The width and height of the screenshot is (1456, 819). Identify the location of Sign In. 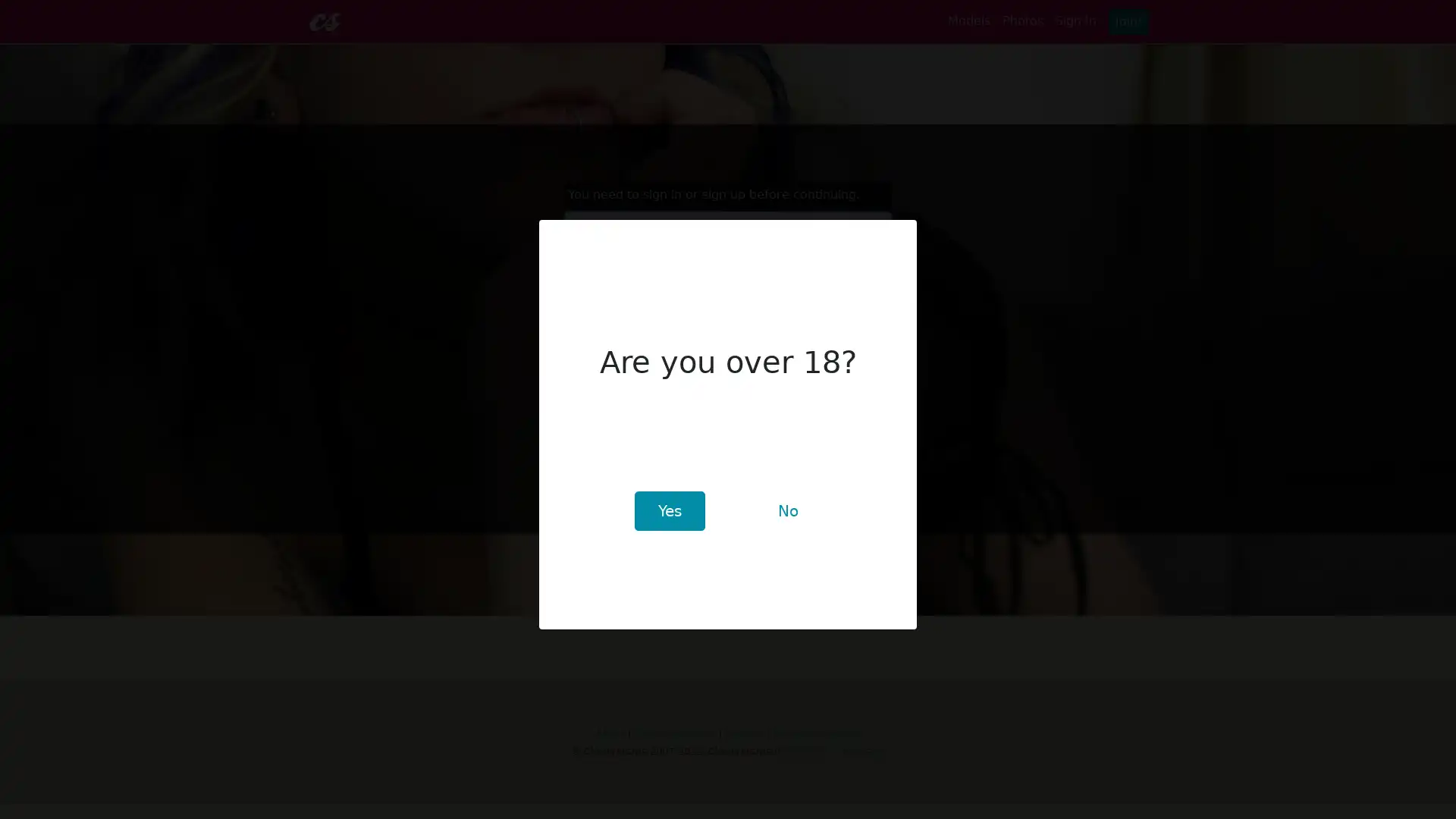
(593, 343).